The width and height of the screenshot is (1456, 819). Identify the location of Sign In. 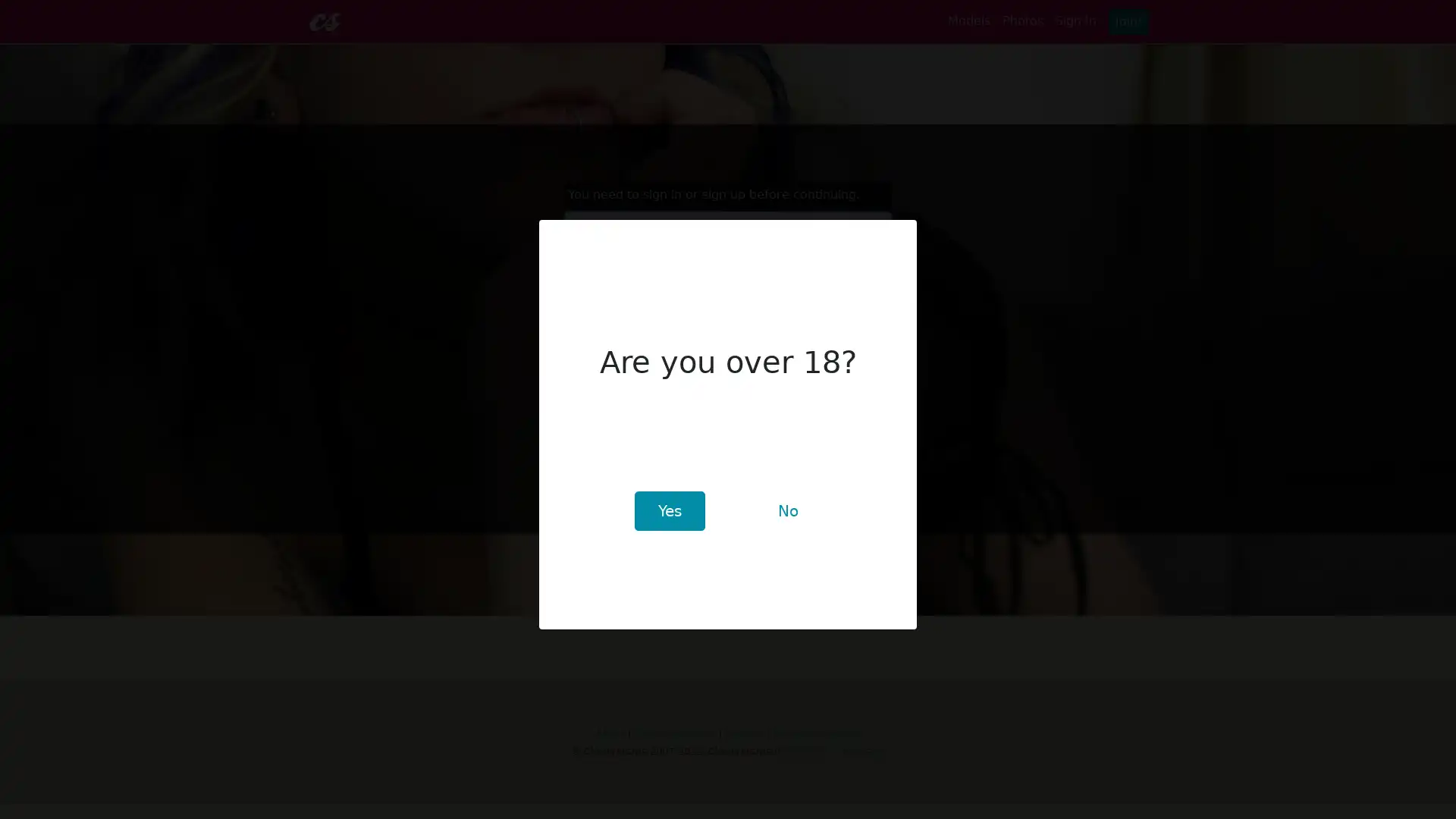
(593, 343).